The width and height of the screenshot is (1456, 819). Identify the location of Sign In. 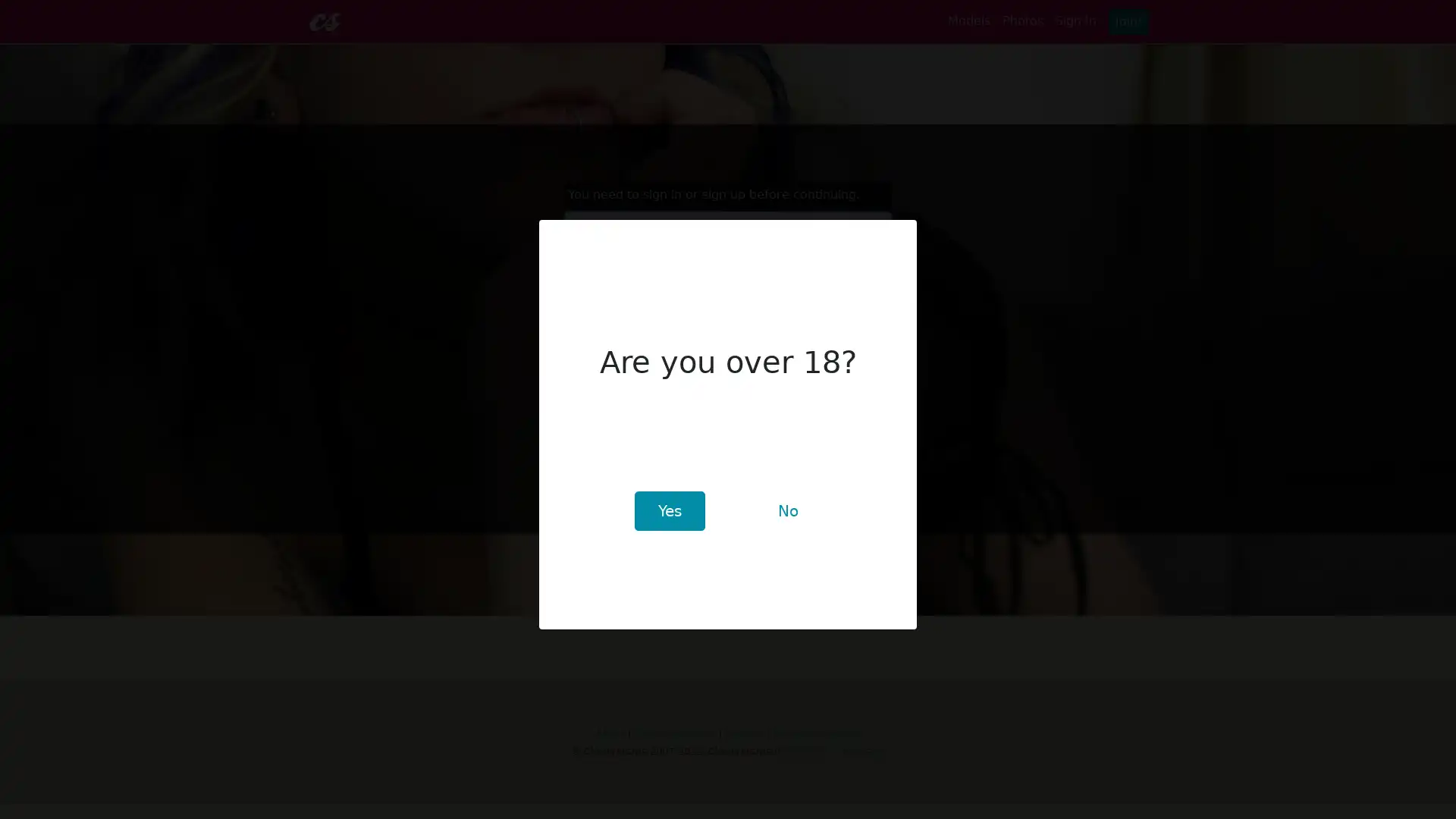
(593, 343).